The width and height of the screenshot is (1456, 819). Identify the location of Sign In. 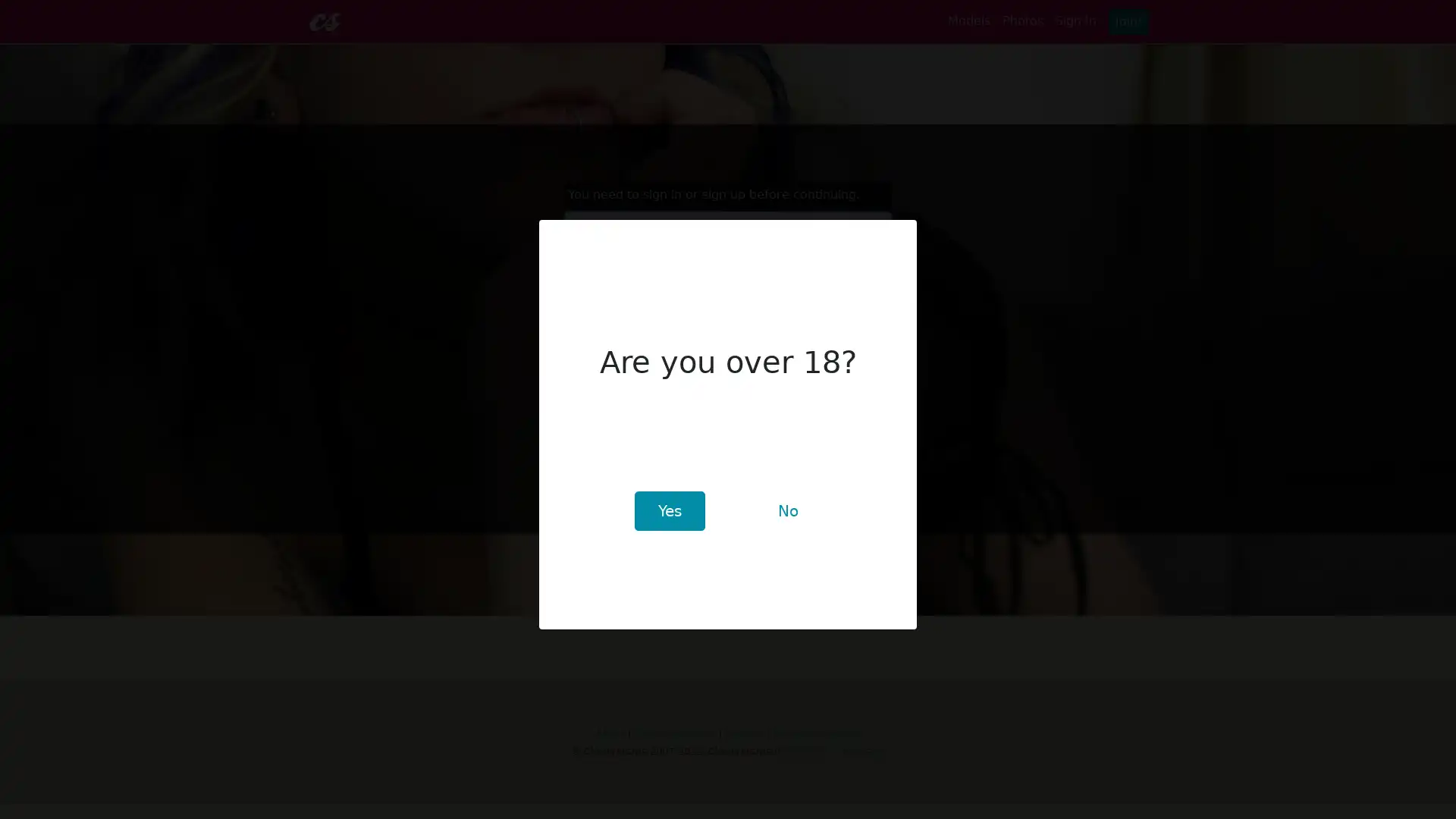
(593, 343).